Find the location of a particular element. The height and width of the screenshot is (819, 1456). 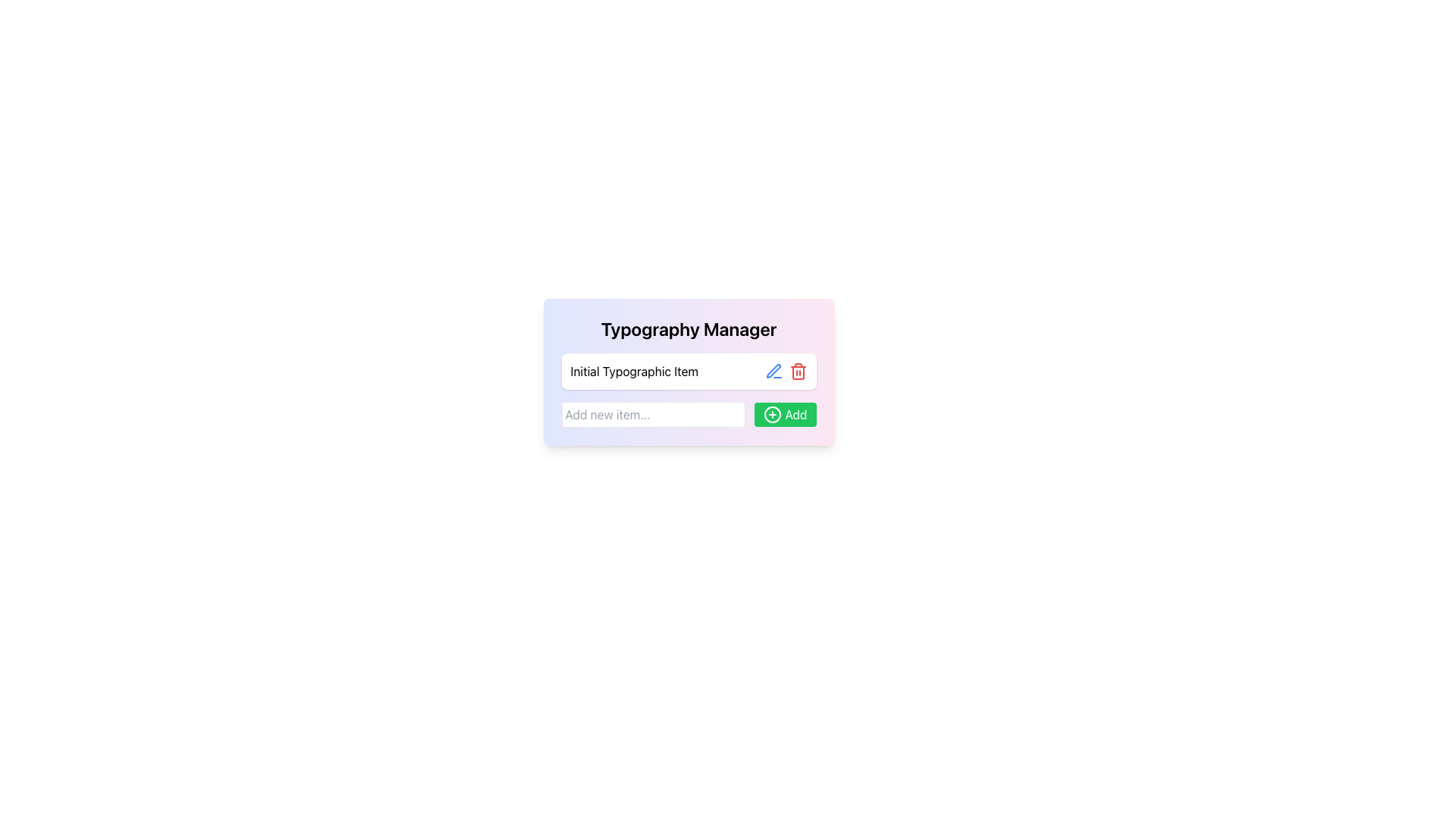

the delete icon button located to the right of the blue edit icon is located at coordinates (797, 371).